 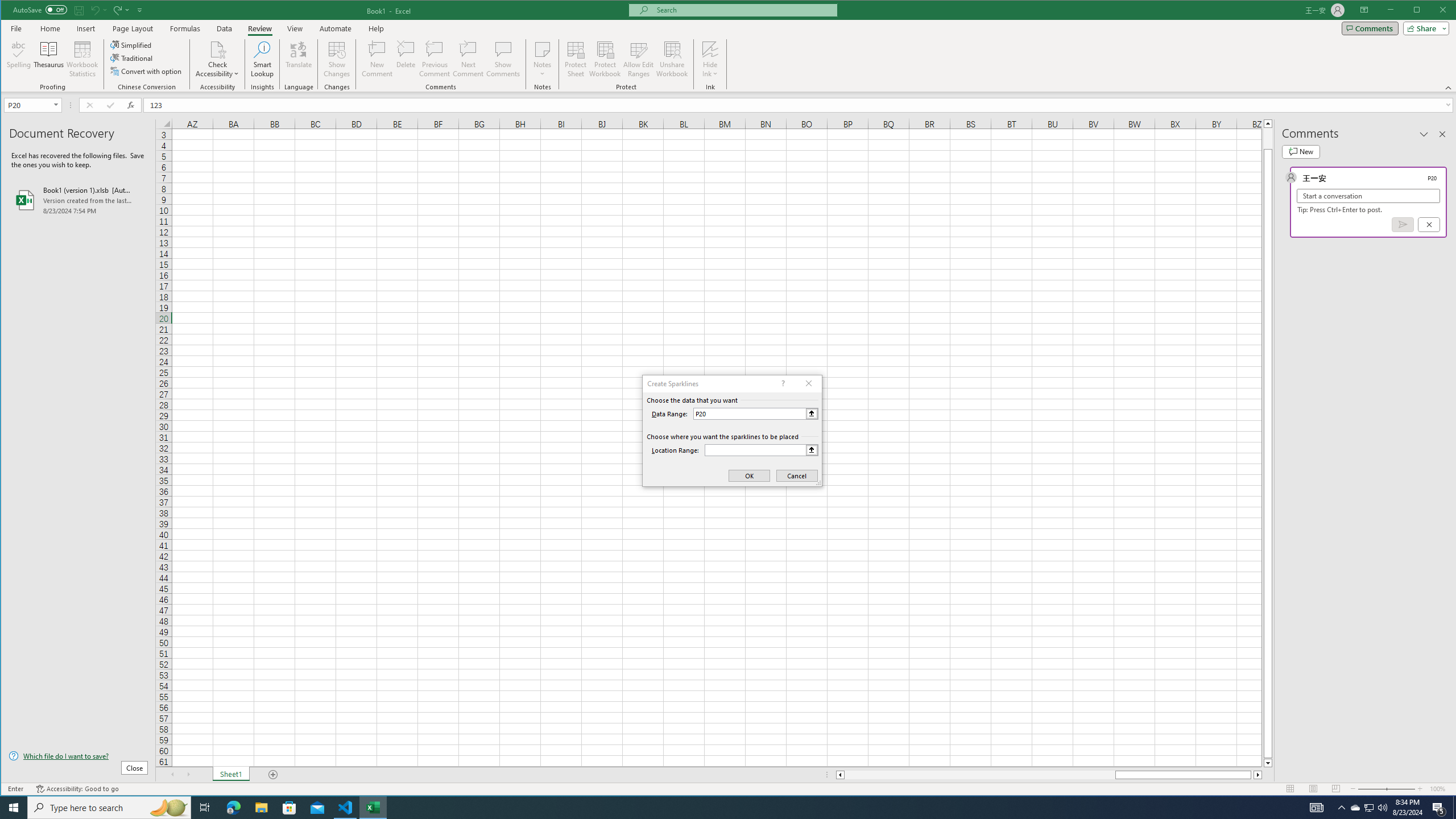 What do you see at coordinates (185, 28) in the screenshot?
I see `'Formulas'` at bounding box center [185, 28].